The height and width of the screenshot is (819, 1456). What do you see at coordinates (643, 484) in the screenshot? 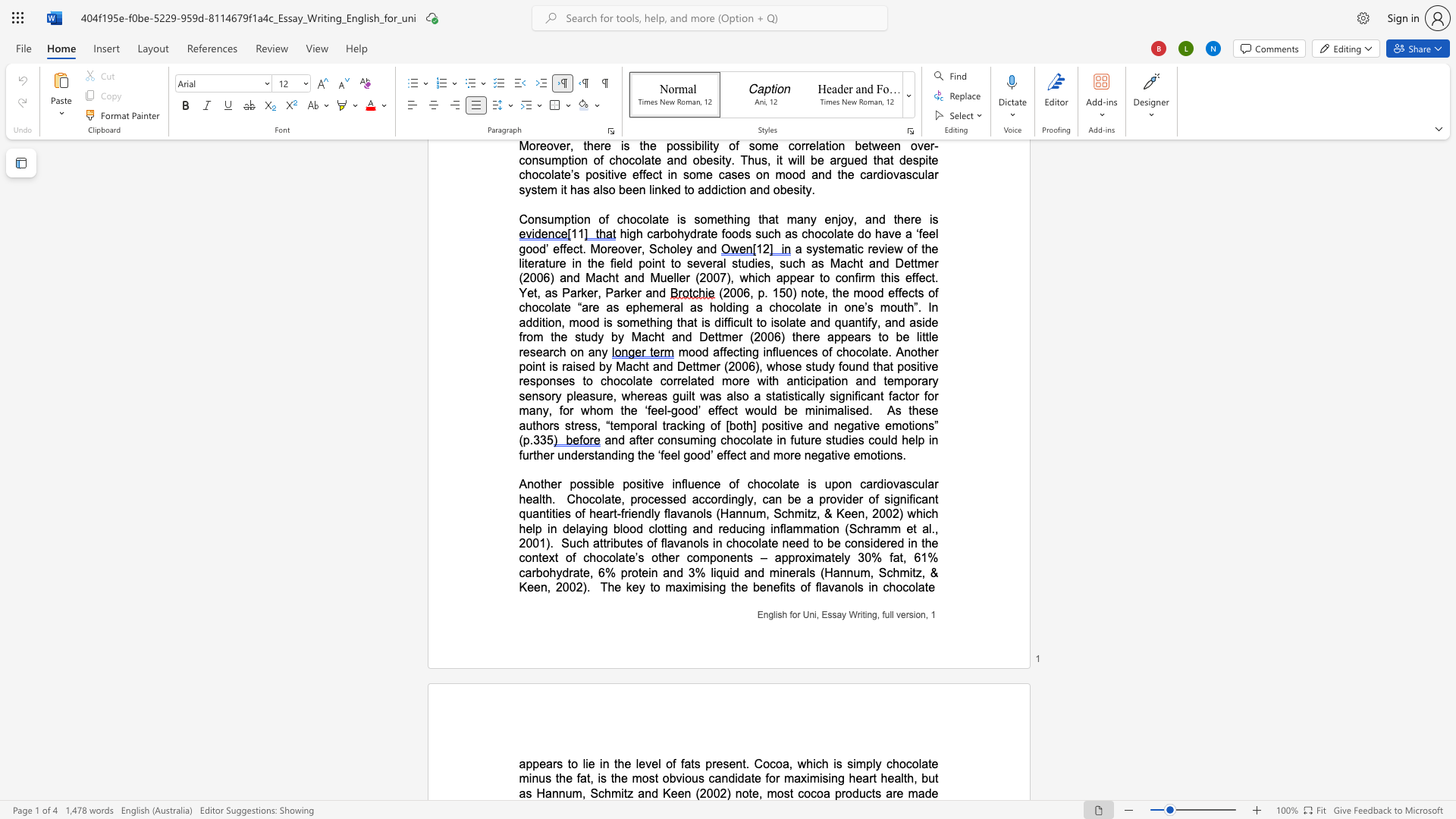
I see `the 2th character "i" in the text` at bounding box center [643, 484].